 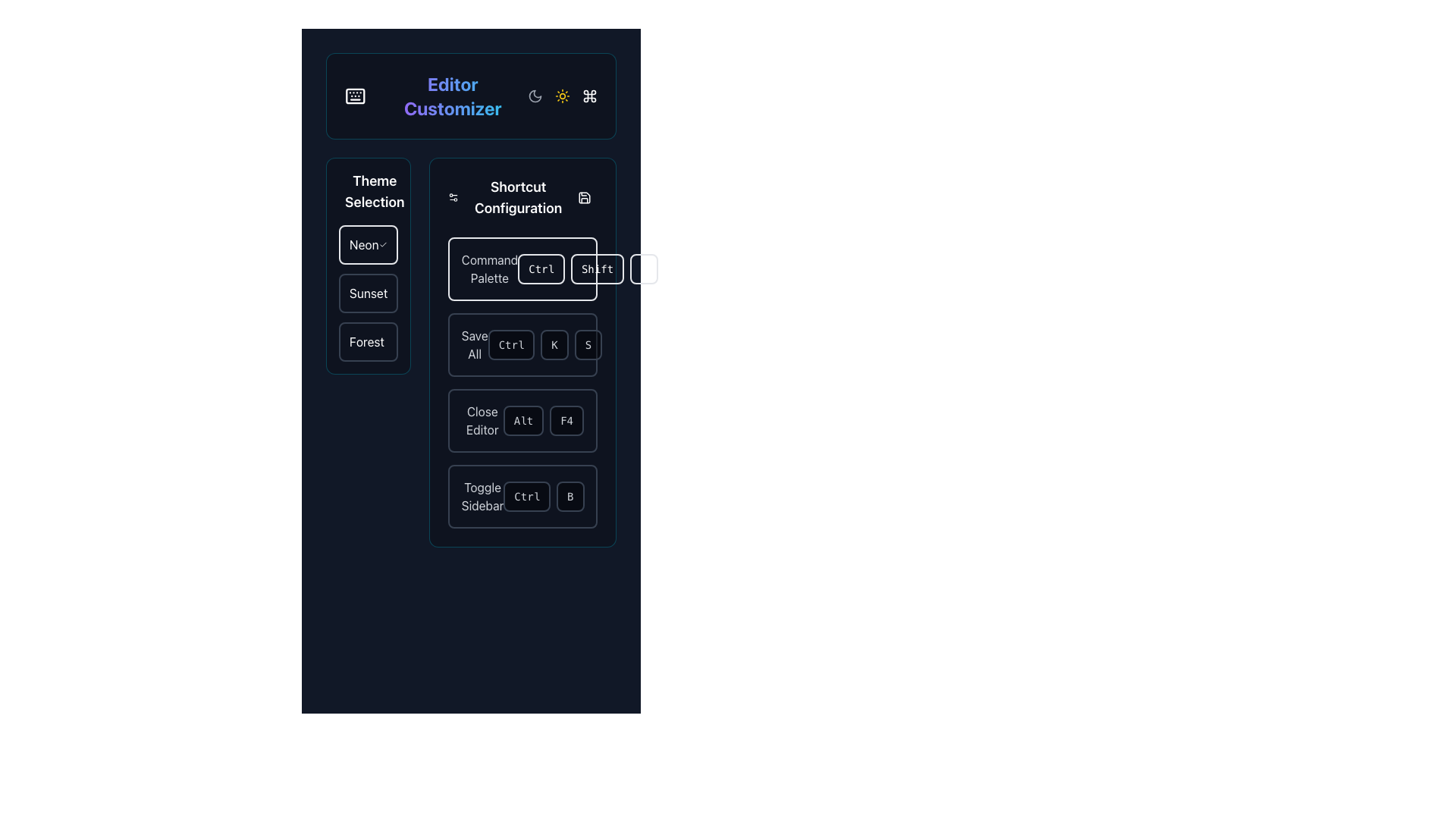 I want to click on the list item labeled 'Neon' with a cyan checkmark icon to confirm the selection of the theme, so click(x=368, y=244).